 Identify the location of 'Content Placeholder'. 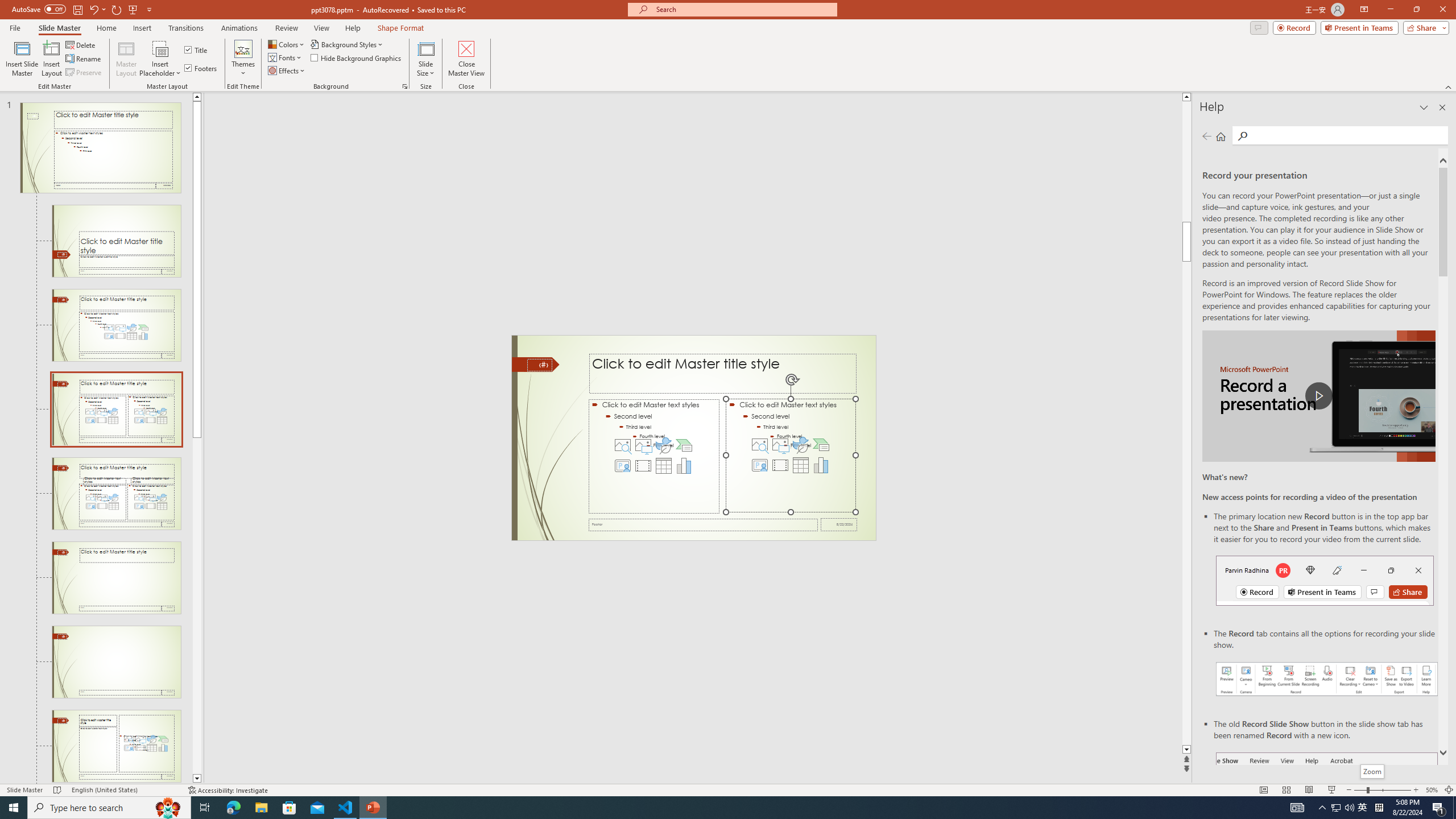
(791, 455).